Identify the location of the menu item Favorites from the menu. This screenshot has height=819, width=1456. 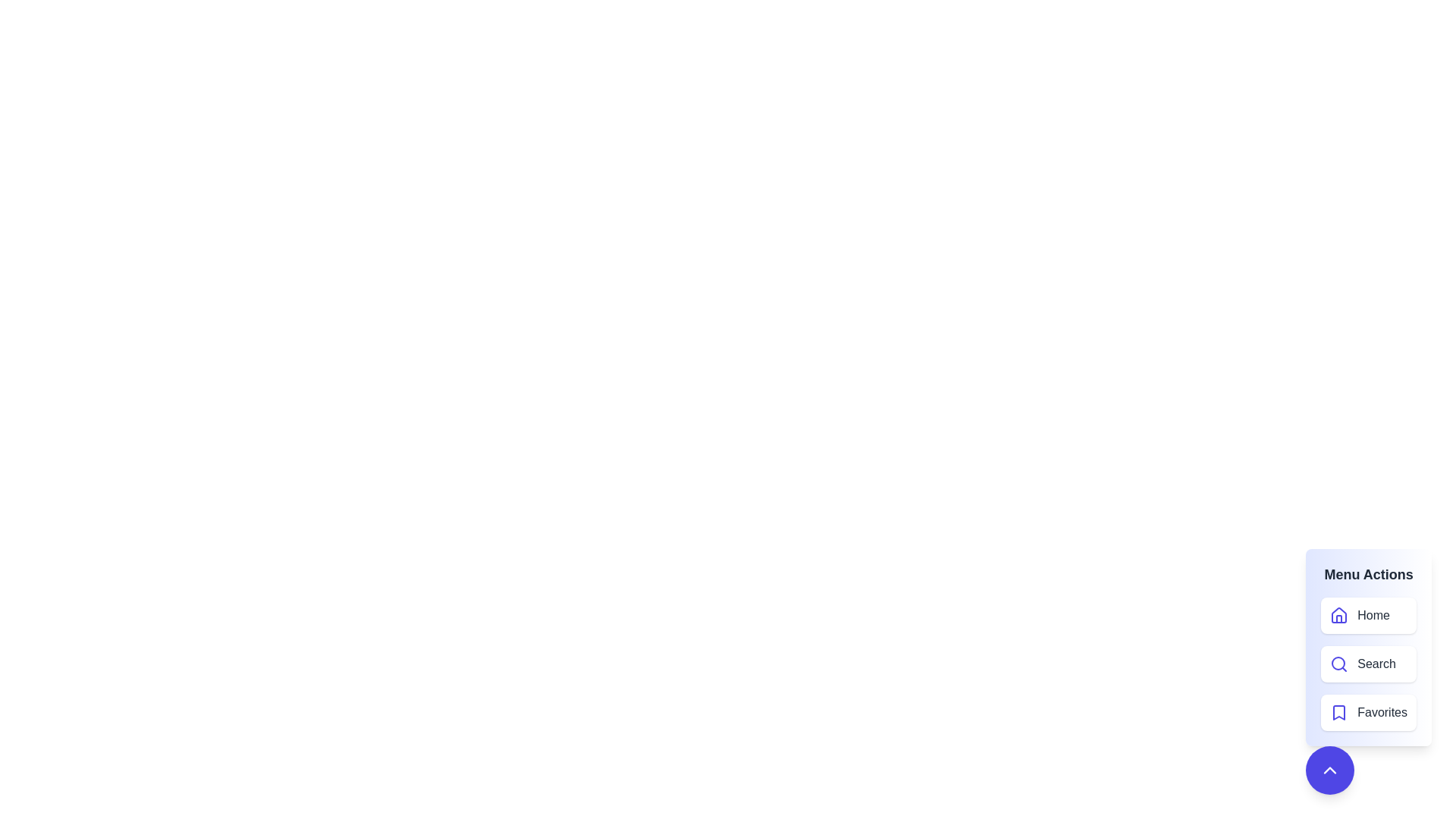
(1368, 713).